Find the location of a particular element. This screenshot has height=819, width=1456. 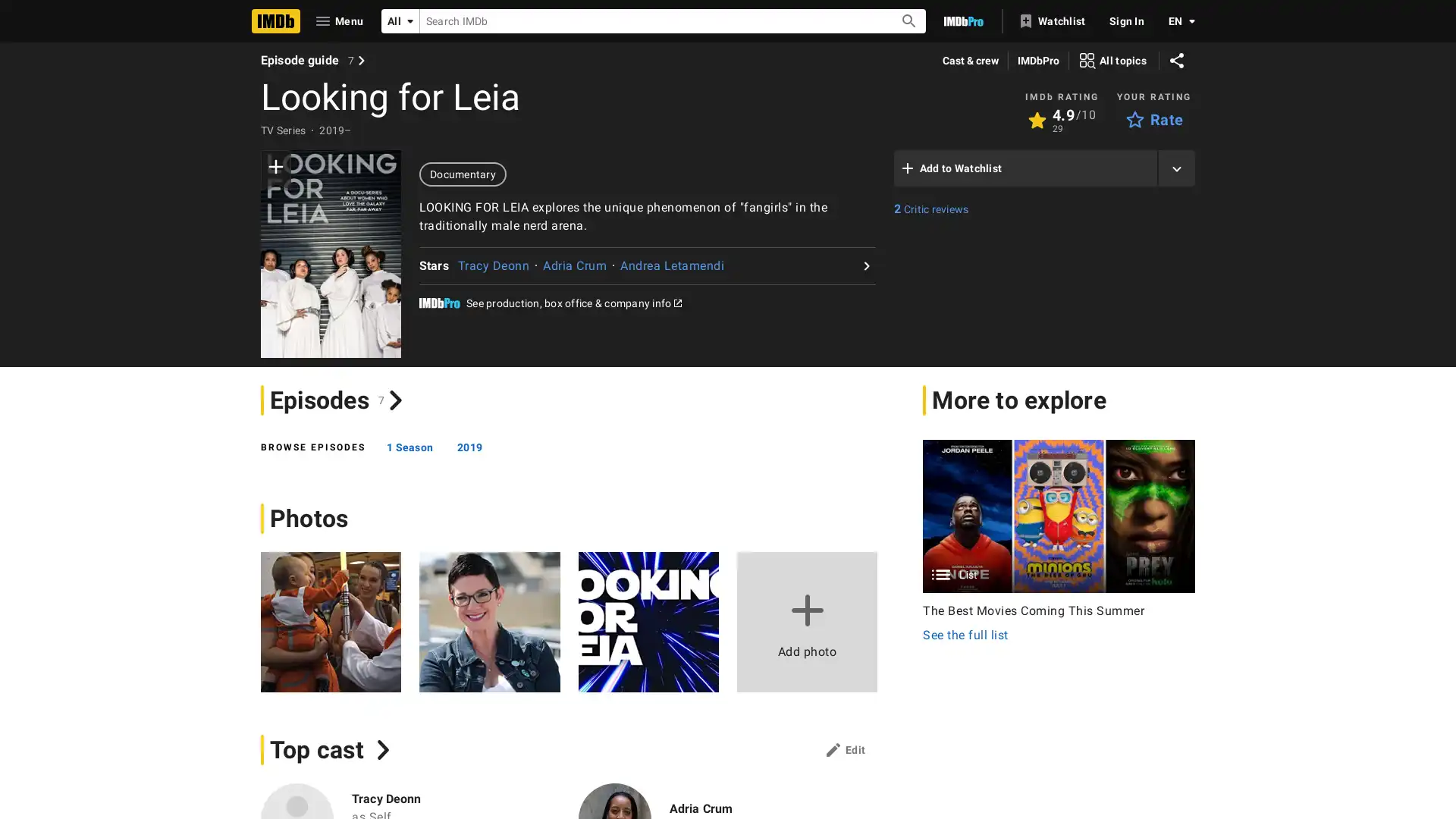

View User Ratings is located at coordinates (1061, 119).